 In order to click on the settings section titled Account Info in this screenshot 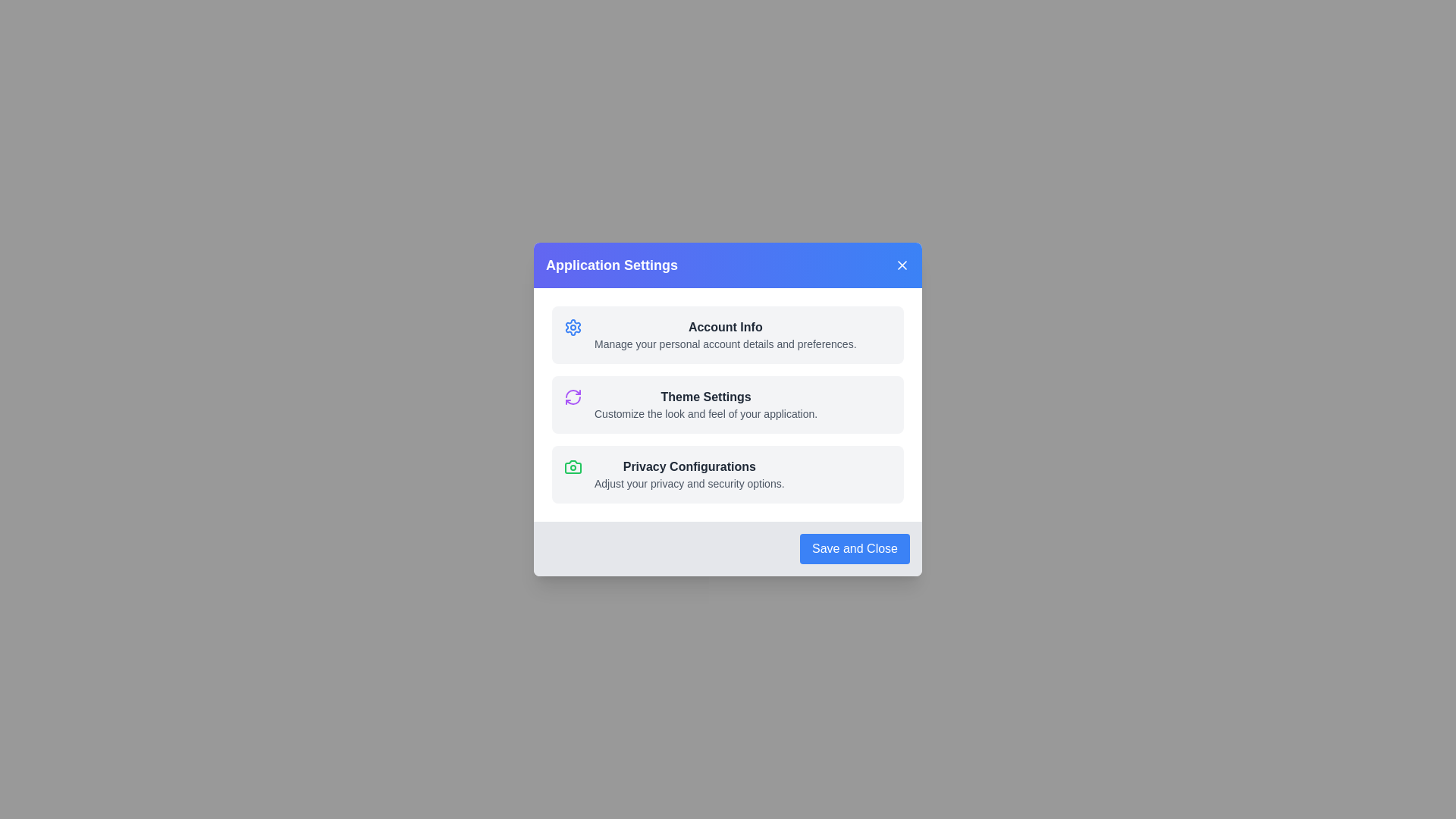, I will do `click(728, 334)`.